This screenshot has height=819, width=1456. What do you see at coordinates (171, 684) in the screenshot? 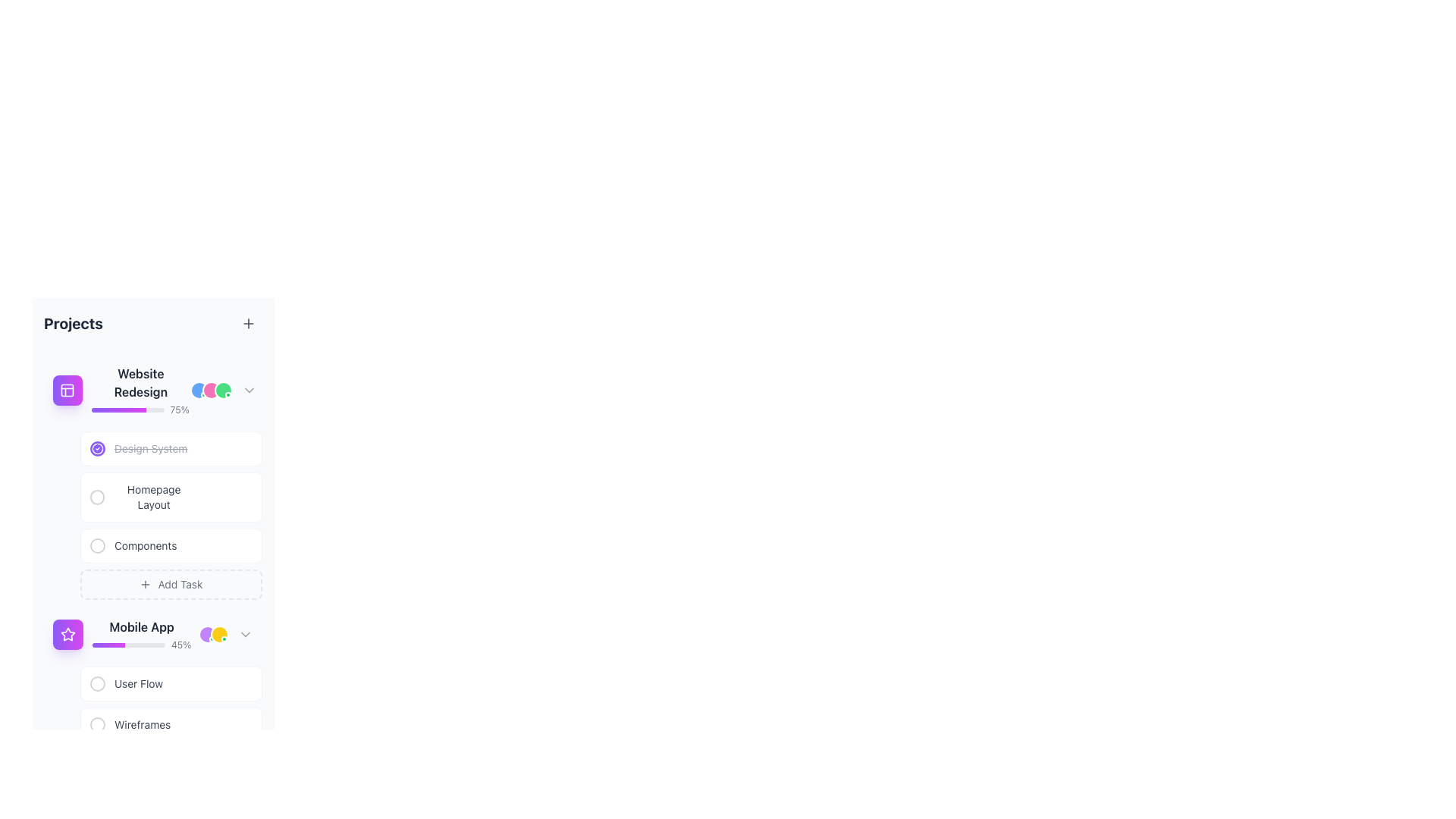
I see `the selectable task item labeled 'User Flow' in the project management list` at bounding box center [171, 684].